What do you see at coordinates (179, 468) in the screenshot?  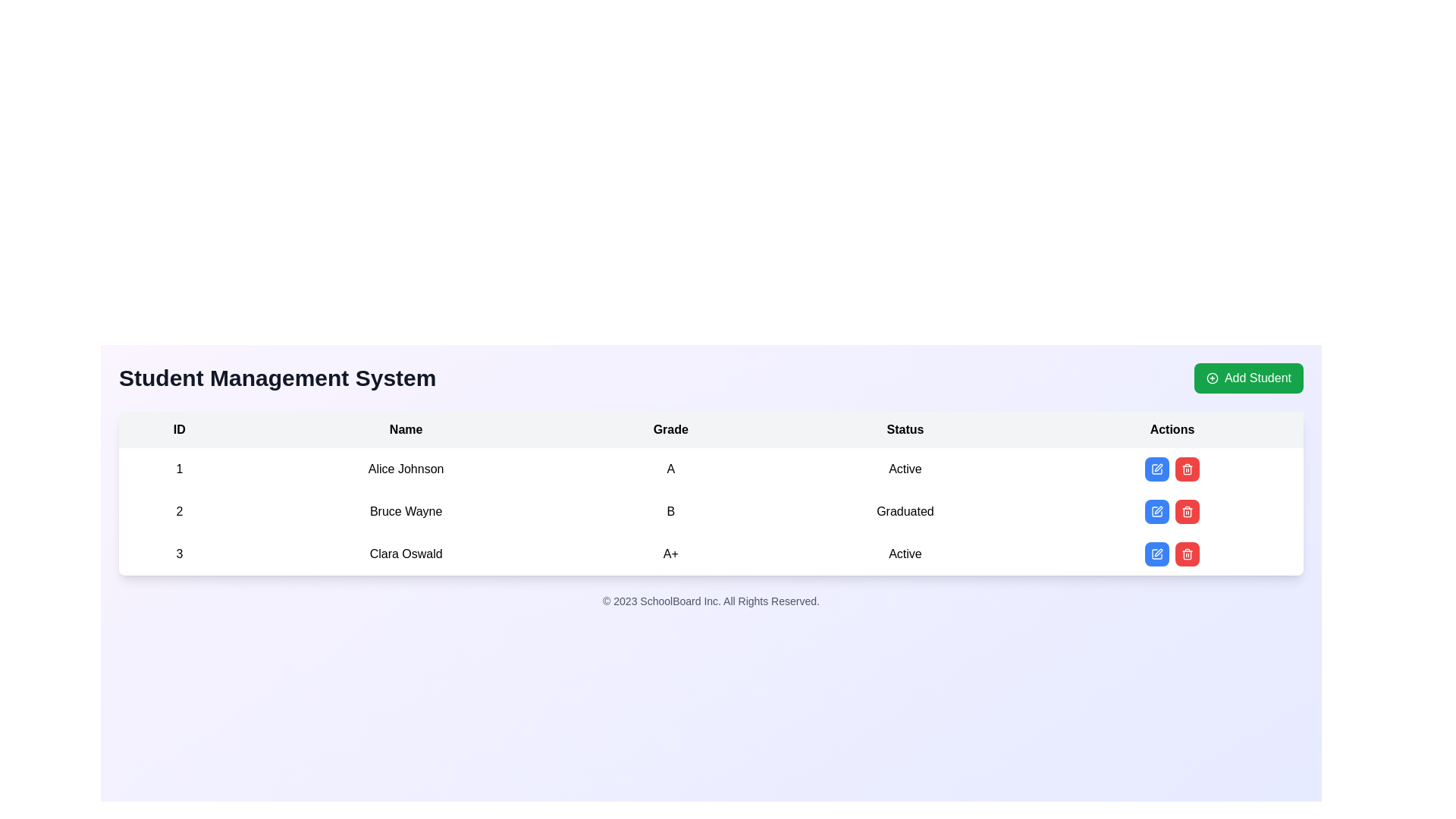 I see `the text '1' displayed in the first row and first column of the table, which is styled with padding and centrally aligned` at bounding box center [179, 468].